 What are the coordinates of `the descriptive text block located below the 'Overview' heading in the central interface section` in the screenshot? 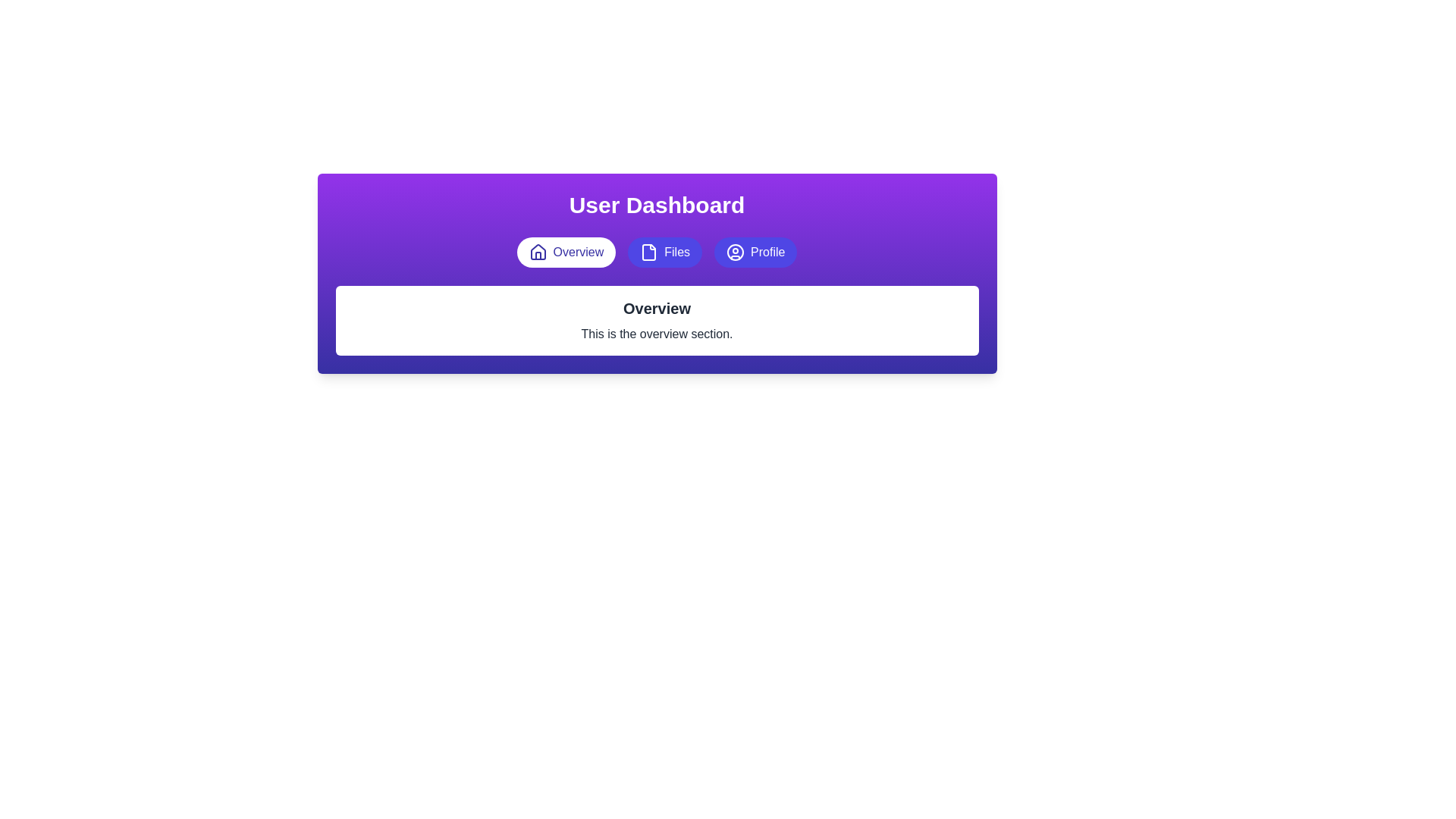 It's located at (657, 333).